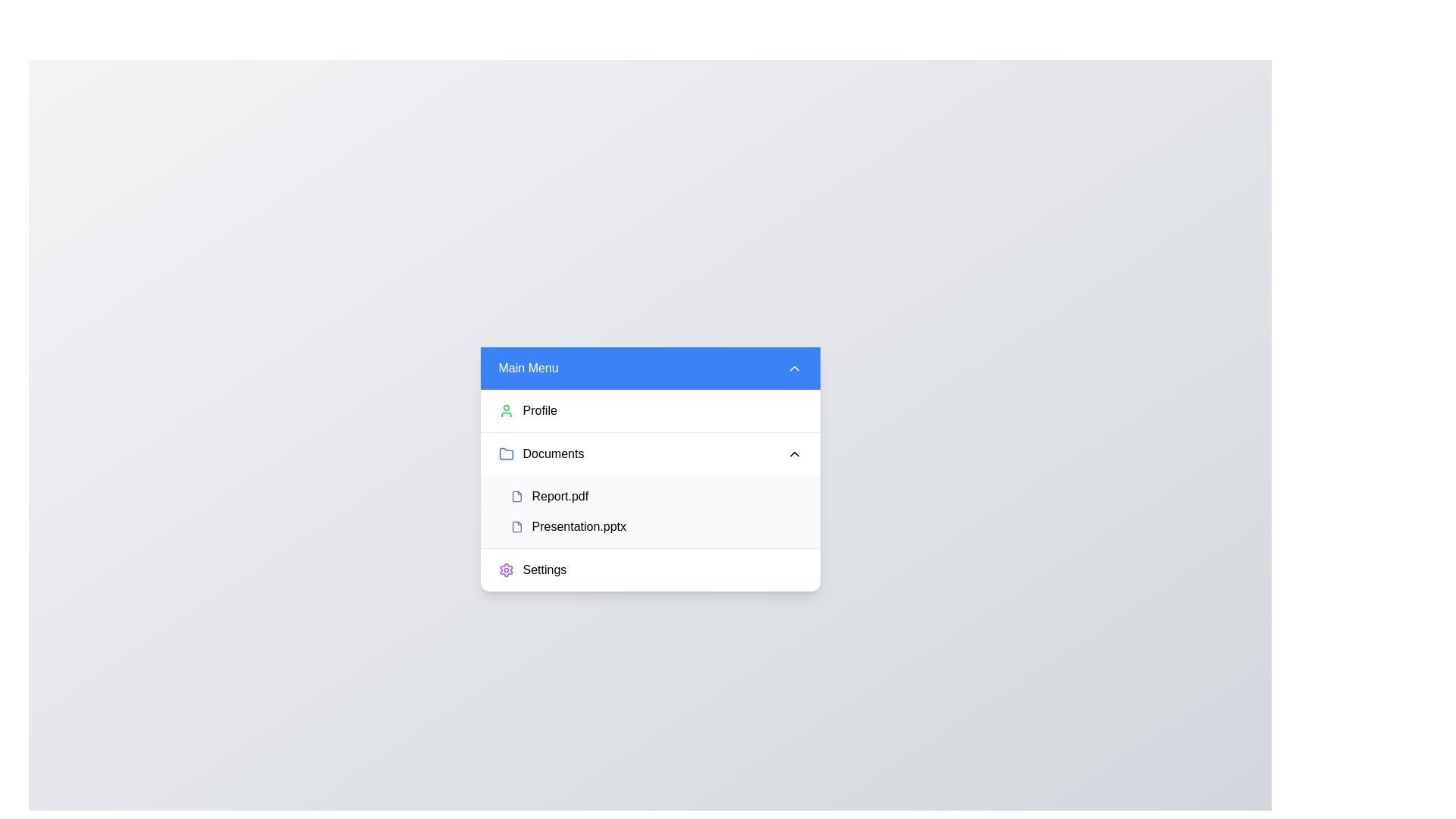 This screenshot has height=819, width=1456. Describe the element at coordinates (793, 453) in the screenshot. I see `the collapsible indicator button located next to the 'Documents' entry` at that location.